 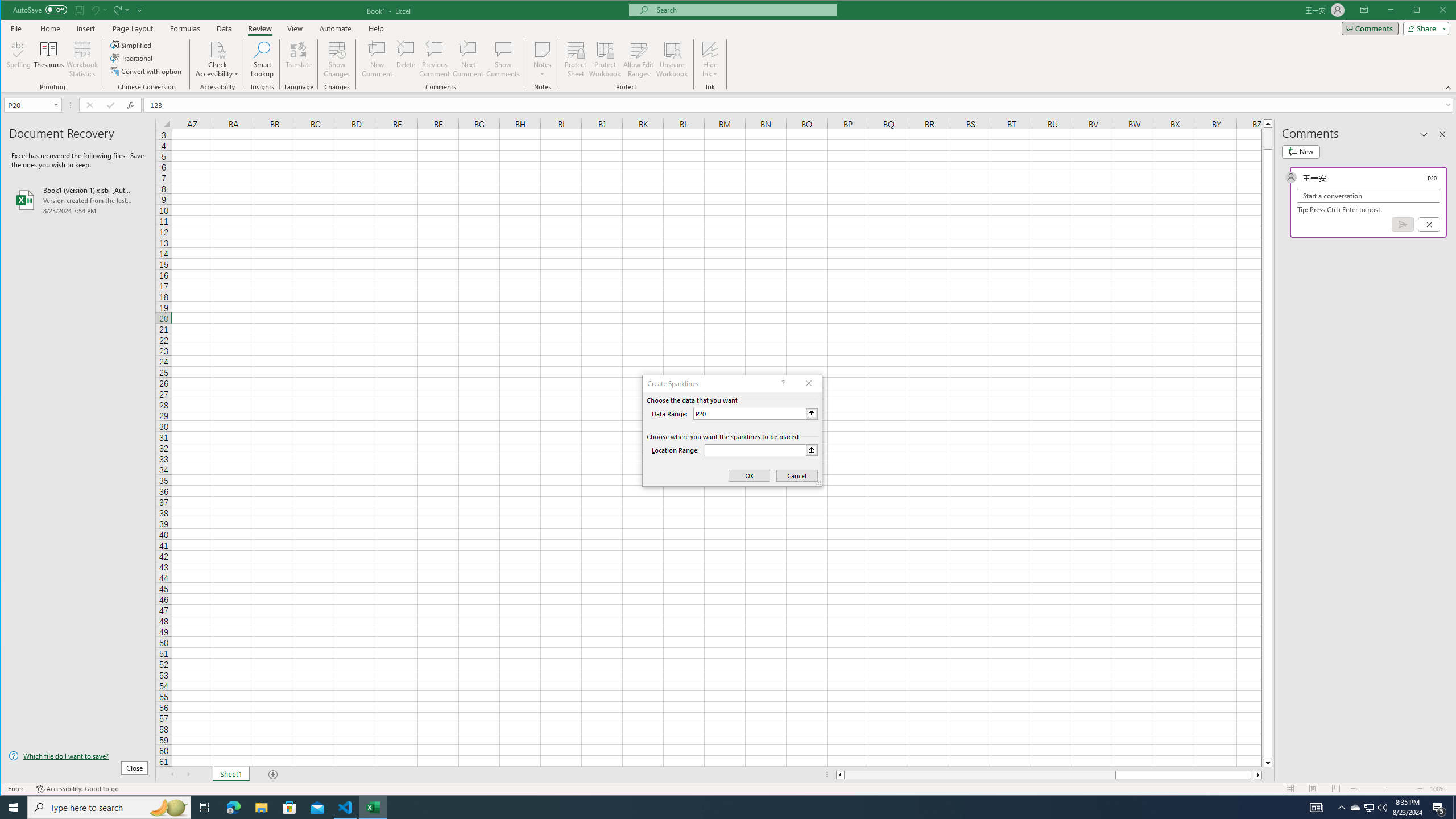 What do you see at coordinates (1268, 138) in the screenshot?
I see `'Page up'` at bounding box center [1268, 138].